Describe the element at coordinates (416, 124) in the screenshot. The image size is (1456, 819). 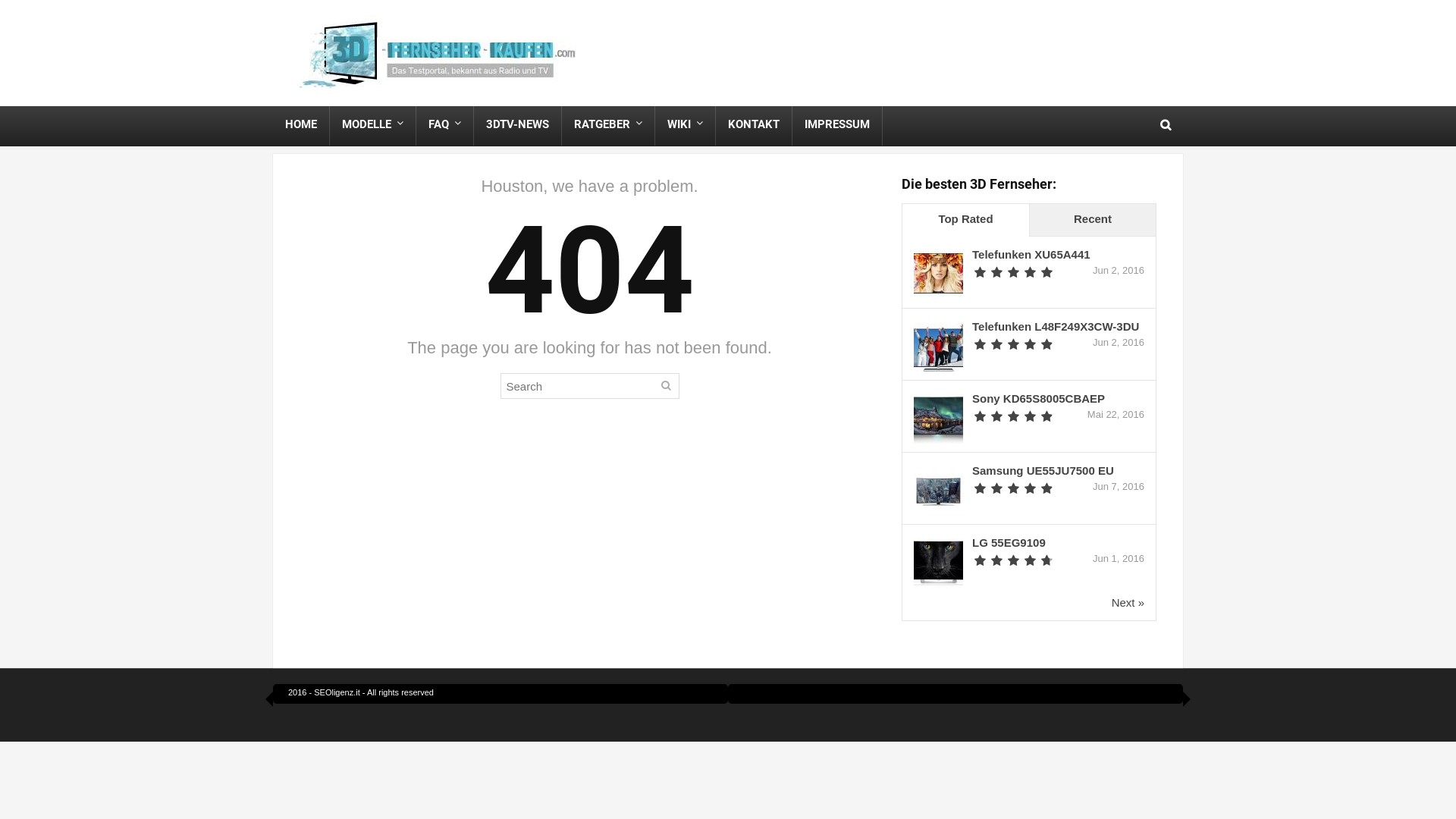
I see `'FAQ'` at that location.